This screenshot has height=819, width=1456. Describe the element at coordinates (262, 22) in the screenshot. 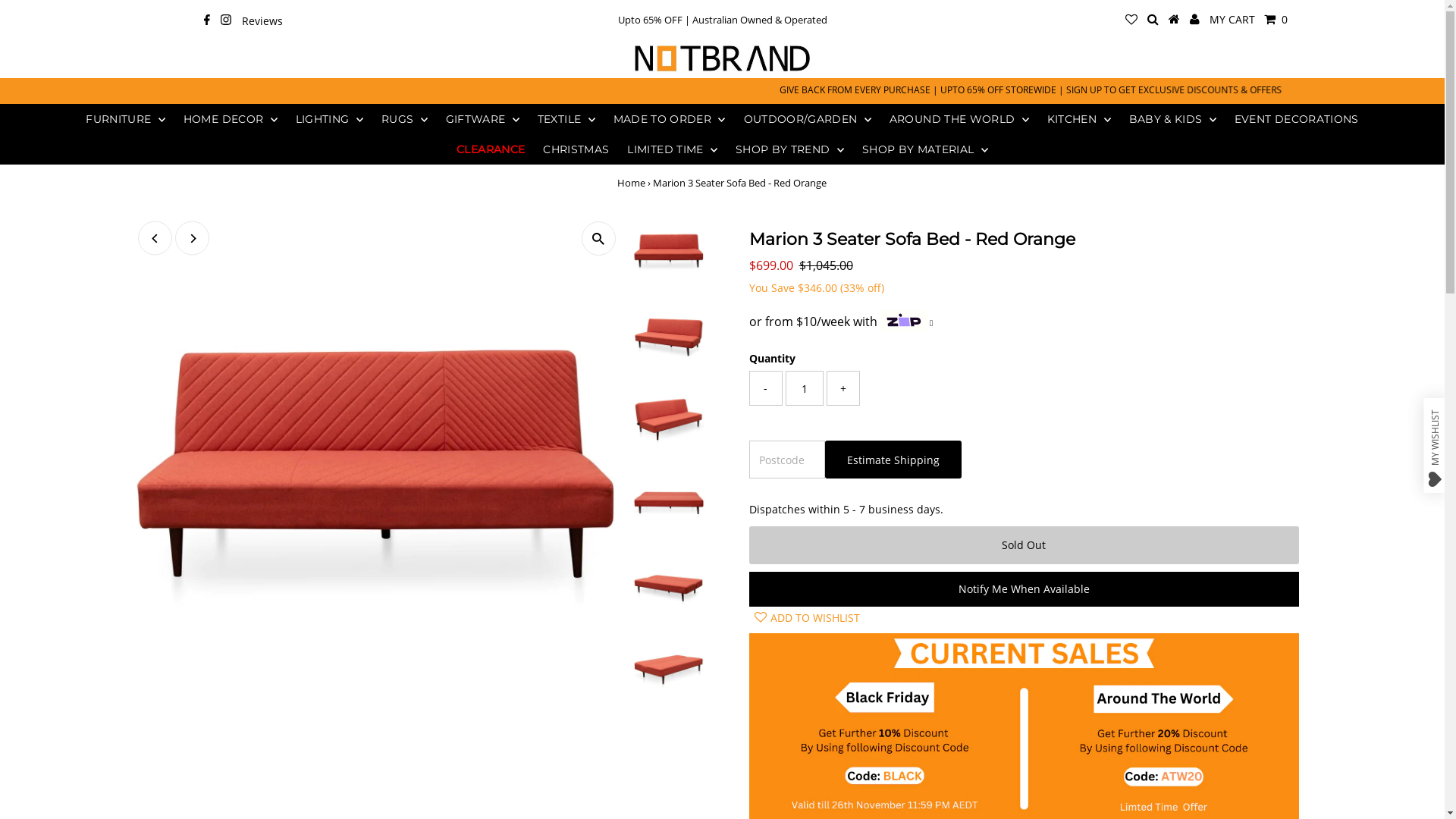

I see `'Reviews'` at that location.